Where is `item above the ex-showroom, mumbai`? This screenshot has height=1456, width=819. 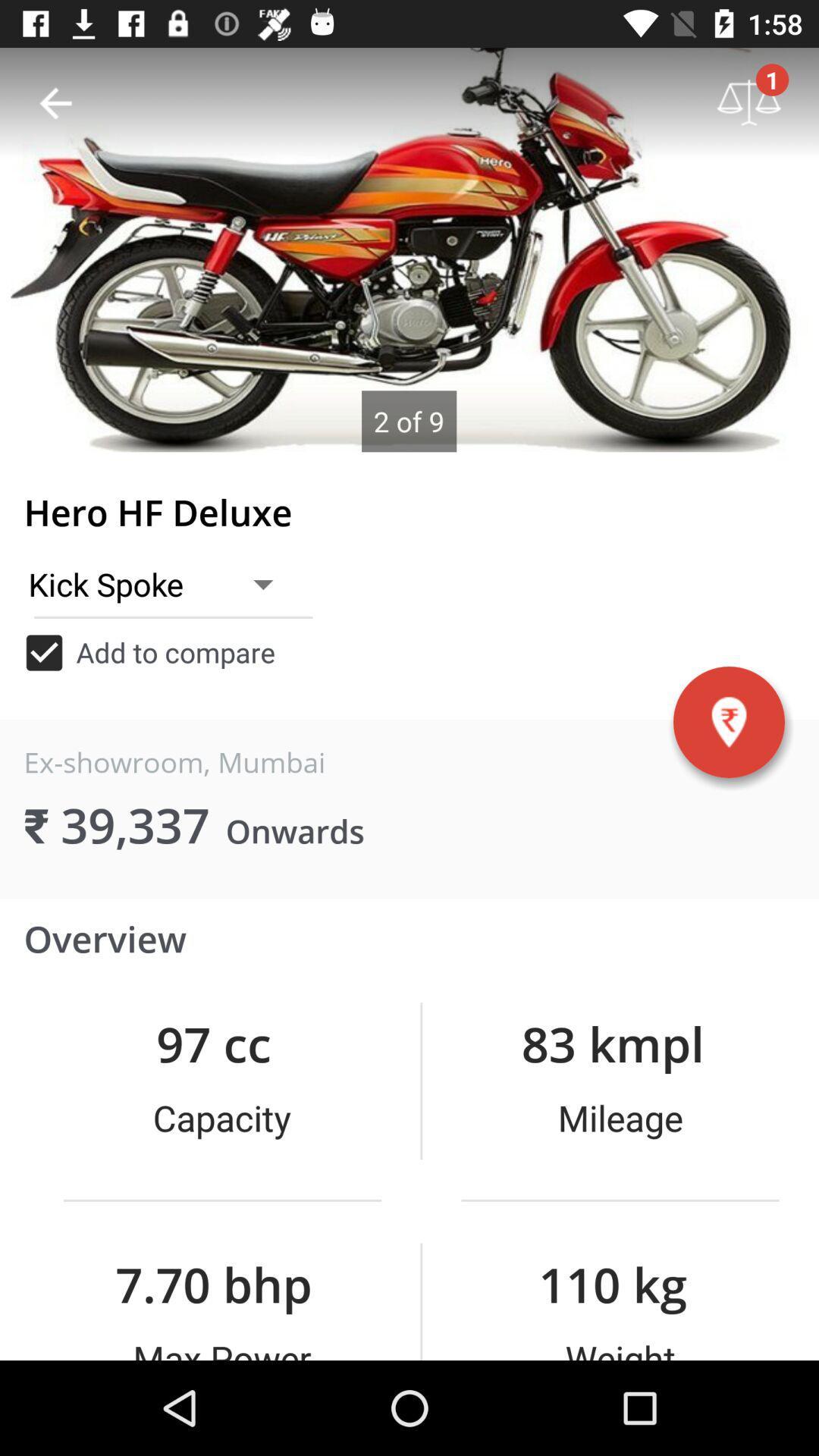 item above the ex-showroom, mumbai is located at coordinates (149, 652).